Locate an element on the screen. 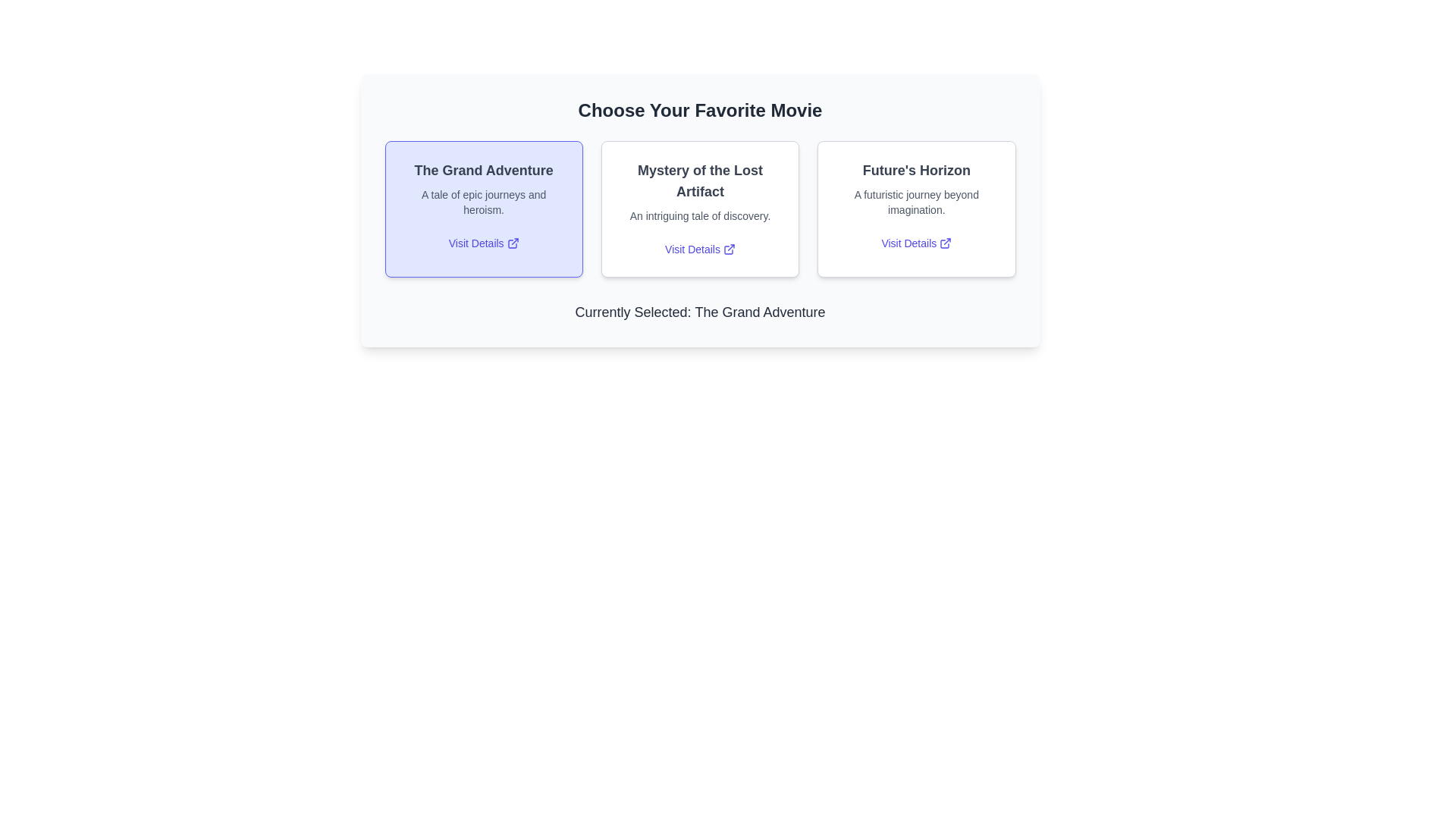  the text label displaying 'The Grand Adventure' which is part of the sentence 'Currently Selected: The Grand Adventure' for potential interaction is located at coordinates (760, 312).